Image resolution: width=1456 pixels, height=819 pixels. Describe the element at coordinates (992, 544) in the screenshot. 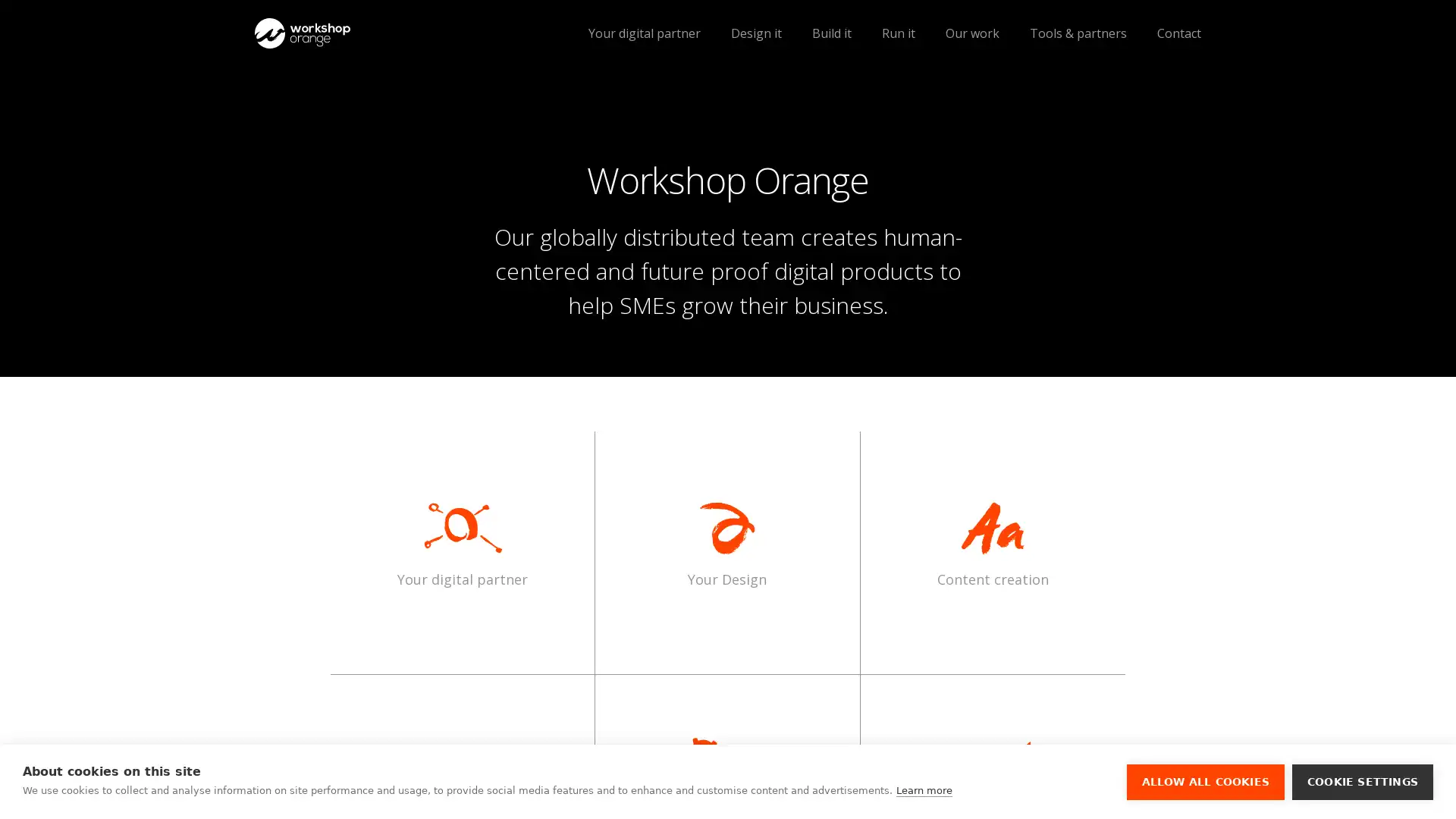

I see `Content creation` at that location.